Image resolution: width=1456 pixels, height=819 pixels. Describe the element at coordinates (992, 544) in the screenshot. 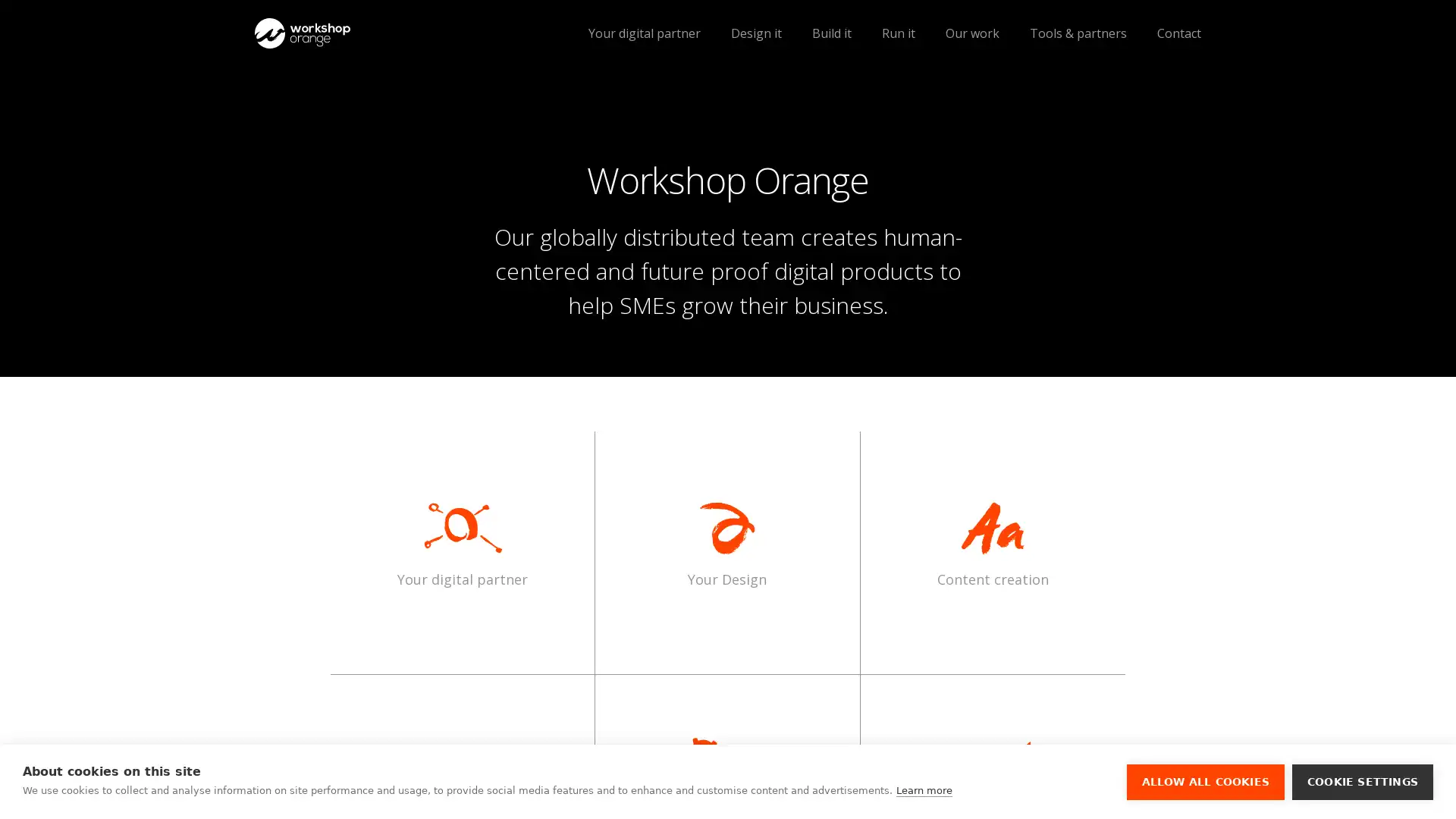

I see `Content creation` at that location.